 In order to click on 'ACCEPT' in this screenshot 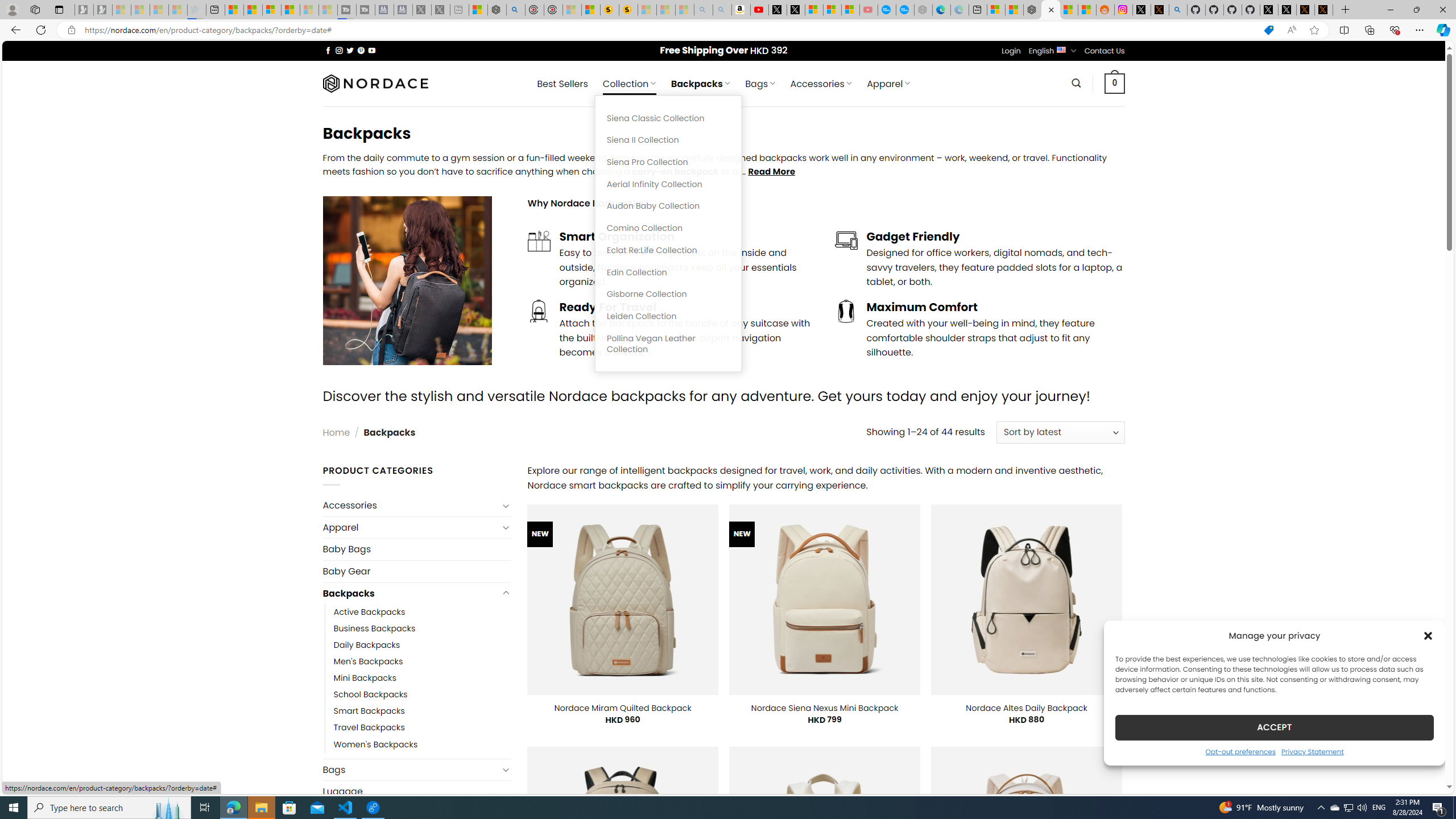, I will do `click(1275, 727)`.